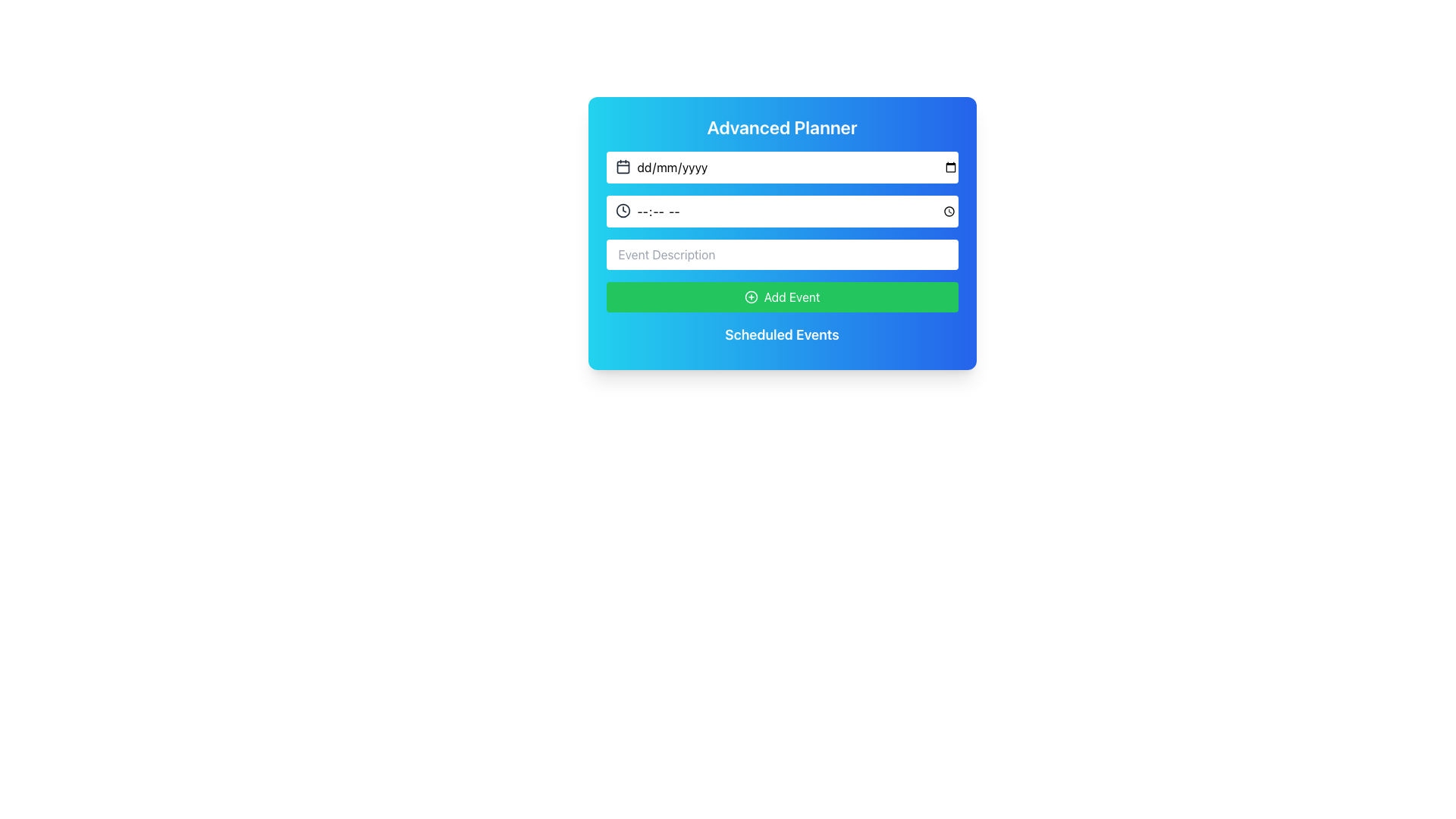  Describe the element at coordinates (782, 127) in the screenshot. I see `the text label that serves as a title or heading for the advanced planning feature section, which is centrally aligned at the top of the card-like layout` at that location.